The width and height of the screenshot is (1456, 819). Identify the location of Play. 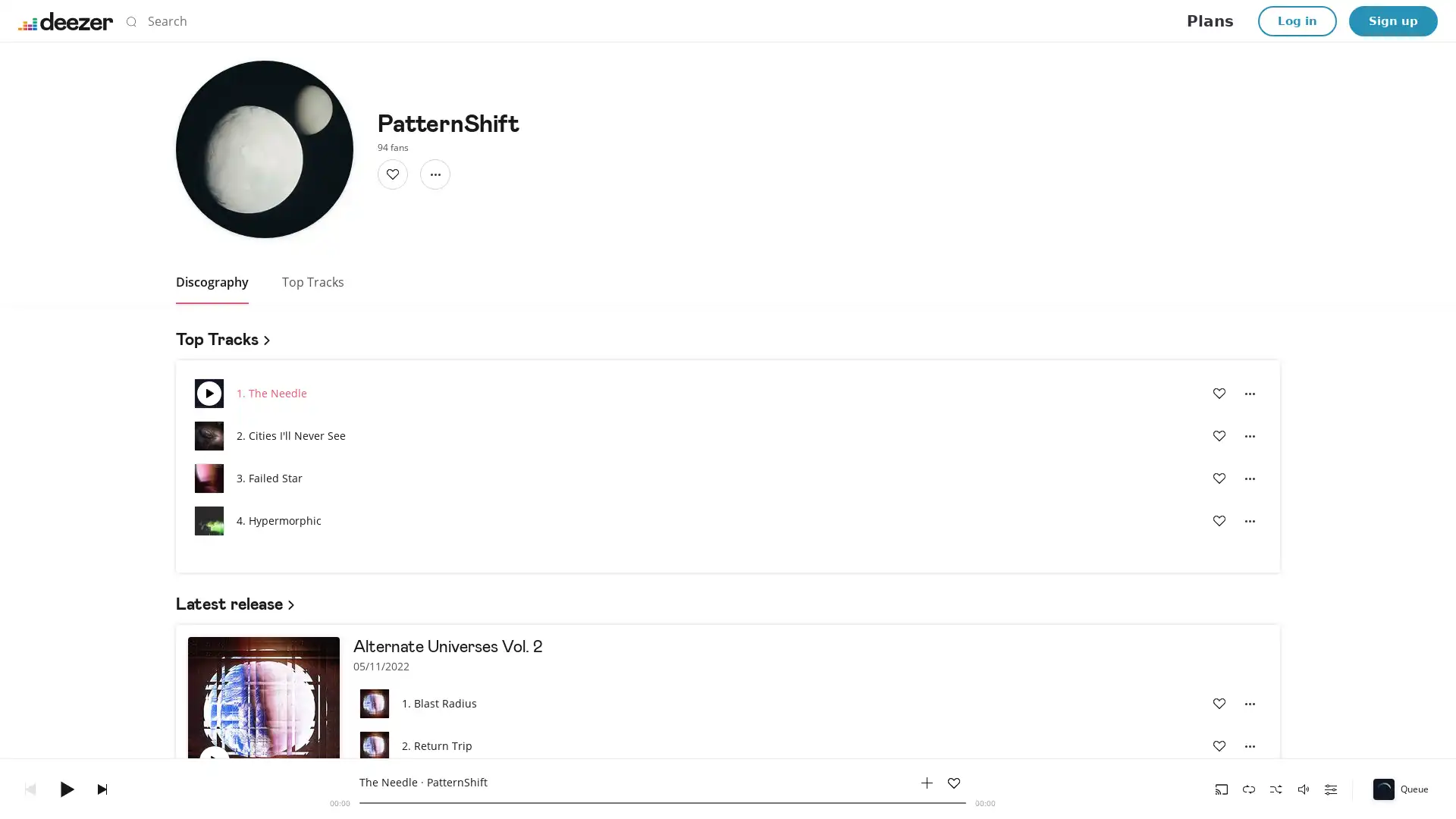
(65, 788).